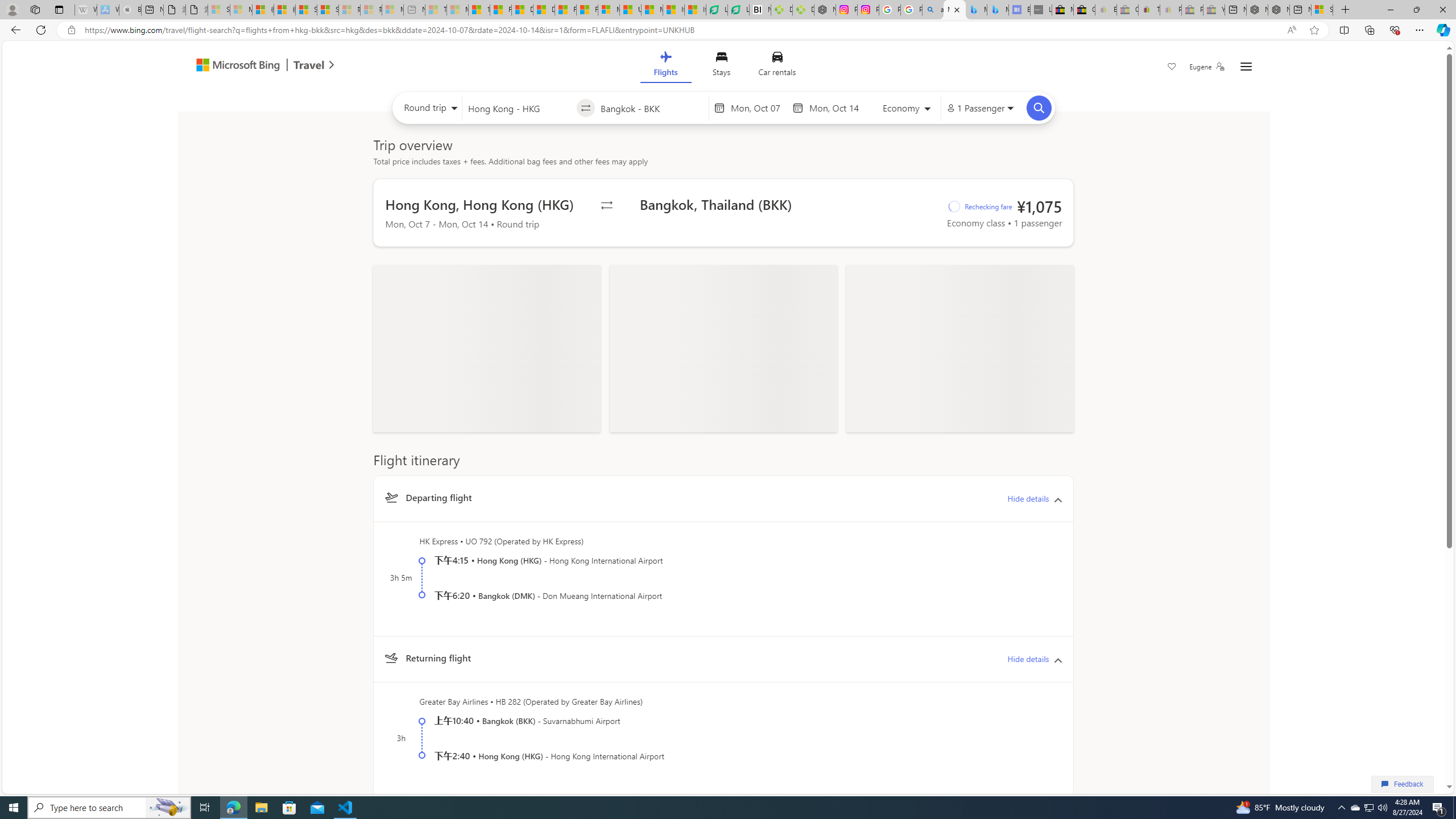 This screenshot has height=819, width=1456. Describe the element at coordinates (1149, 9) in the screenshot. I see `'Threats and offensive language policy | eBay'` at that location.